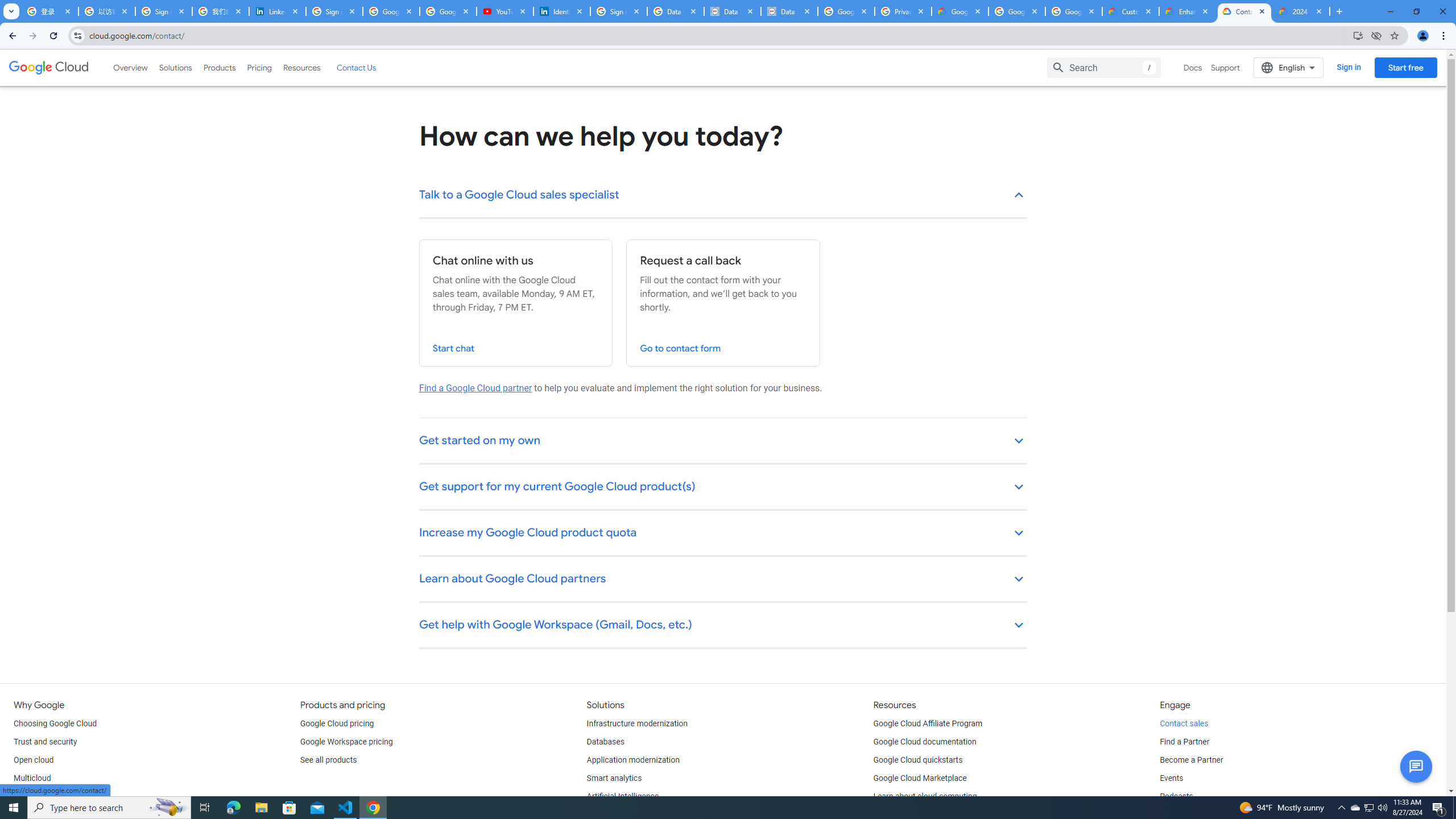 This screenshot has height=819, width=1456. I want to click on 'Pricing', so click(259, 67).